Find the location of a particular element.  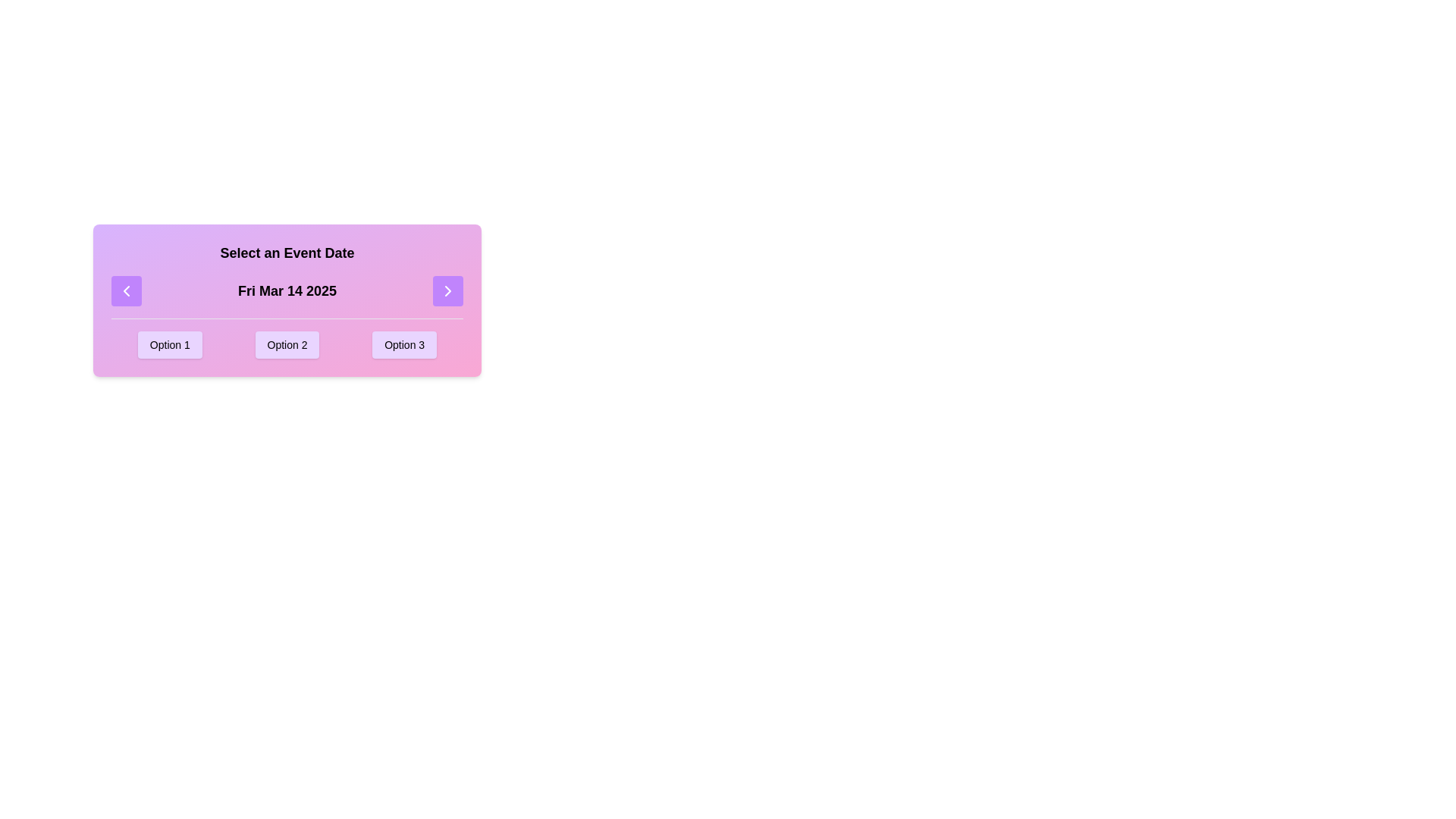

the 'Option 2' button, which is a rectangular button with rounded corners and a light purple background is located at coordinates (287, 345).